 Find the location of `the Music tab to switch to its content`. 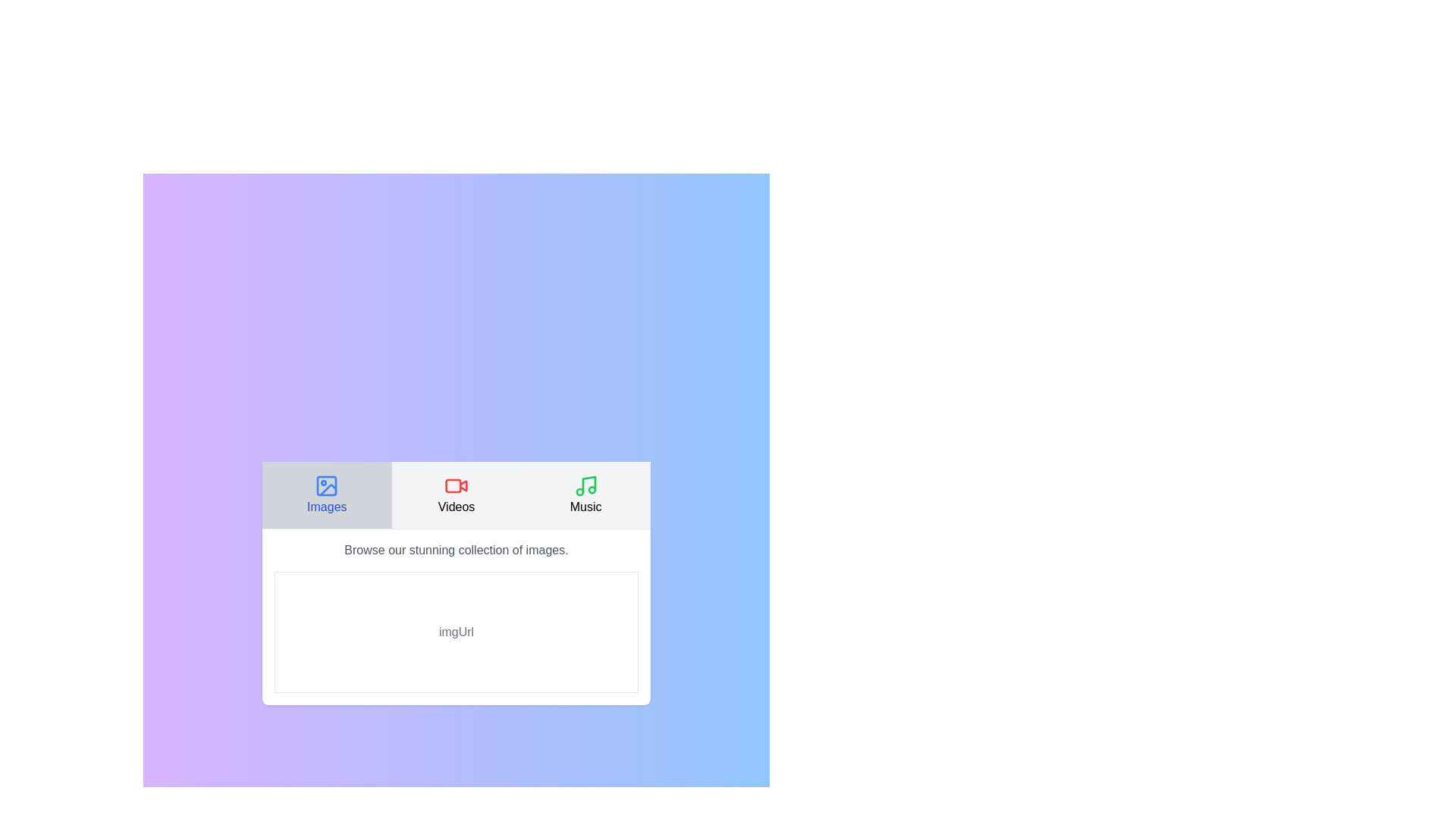

the Music tab to switch to its content is located at coordinates (585, 494).